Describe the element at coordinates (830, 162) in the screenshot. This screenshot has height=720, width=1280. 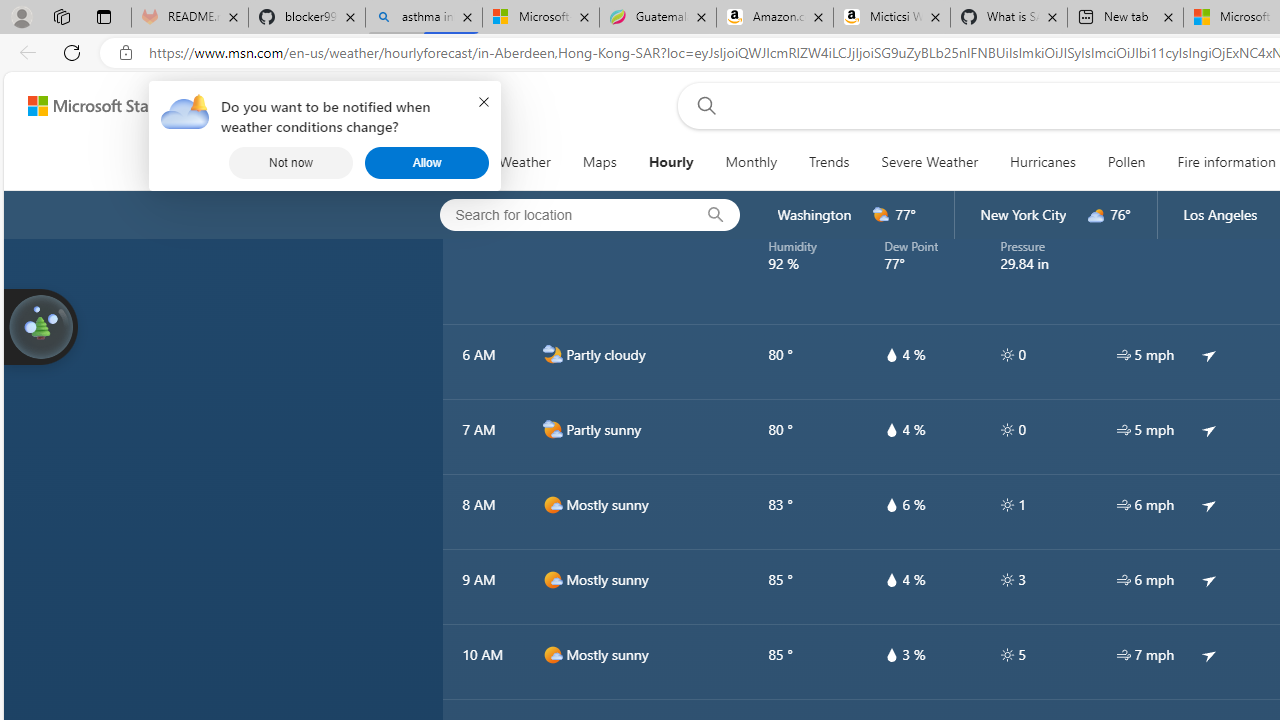
I see `'Trends'` at that location.